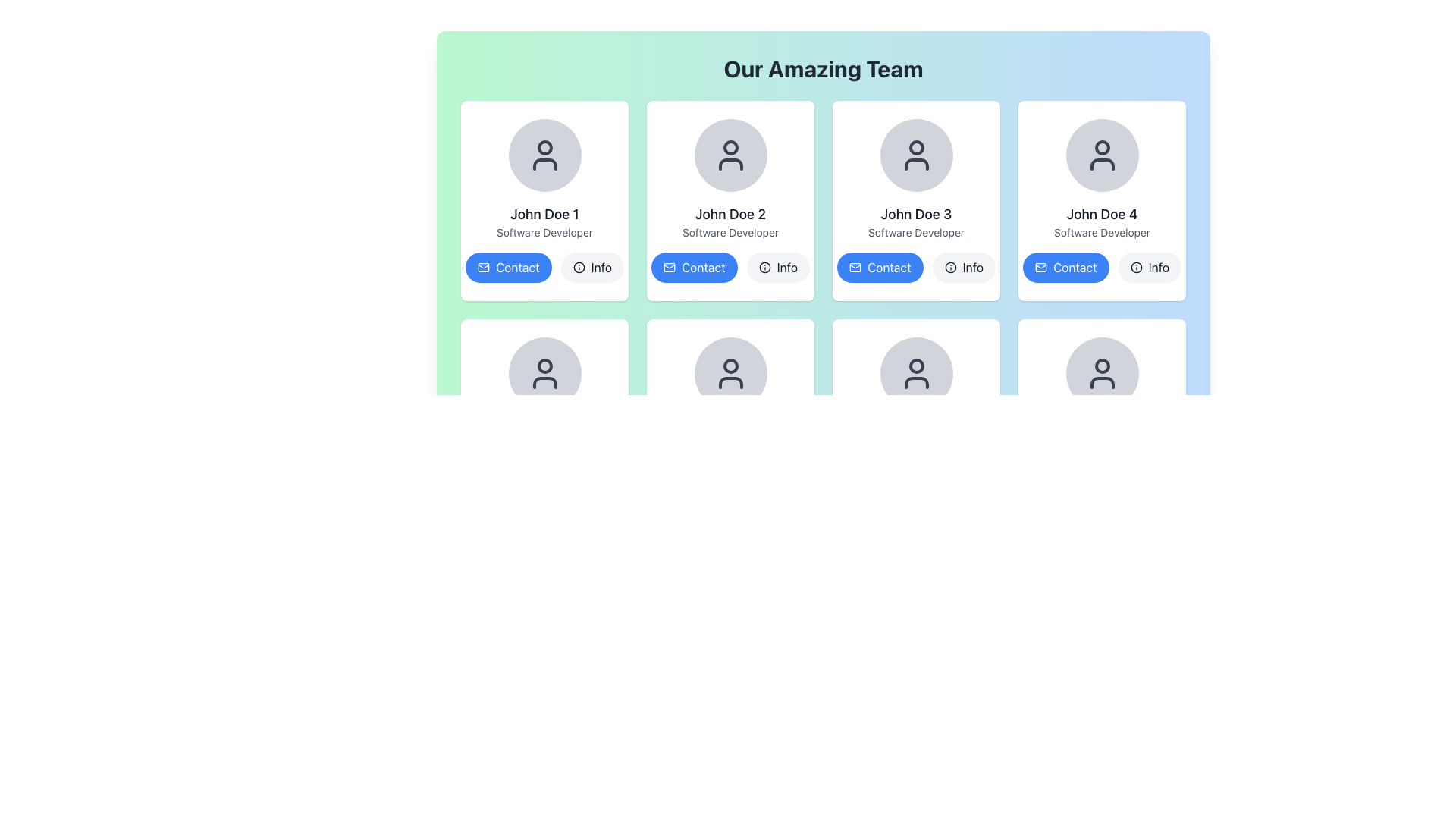  I want to click on the envelope icon within the 'Contact' button under the profile of 'John Doe 1' to invoke the contact feature, so click(483, 267).